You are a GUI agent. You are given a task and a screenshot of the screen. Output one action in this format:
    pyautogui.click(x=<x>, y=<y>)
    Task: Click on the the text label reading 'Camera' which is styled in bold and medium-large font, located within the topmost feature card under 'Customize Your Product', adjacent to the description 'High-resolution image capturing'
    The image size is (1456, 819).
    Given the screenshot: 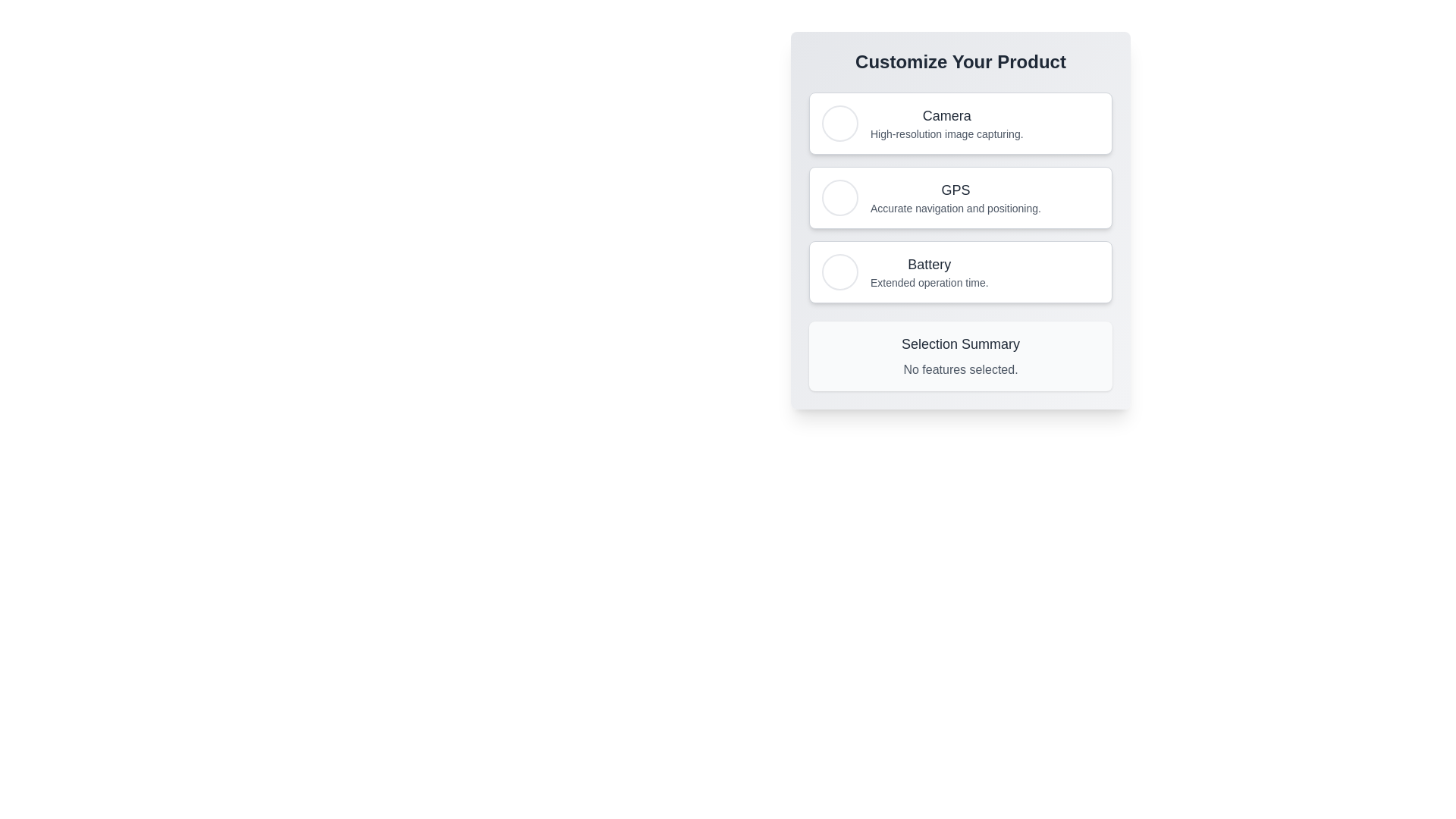 What is the action you would take?
    pyautogui.click(x=946, y=115)
    